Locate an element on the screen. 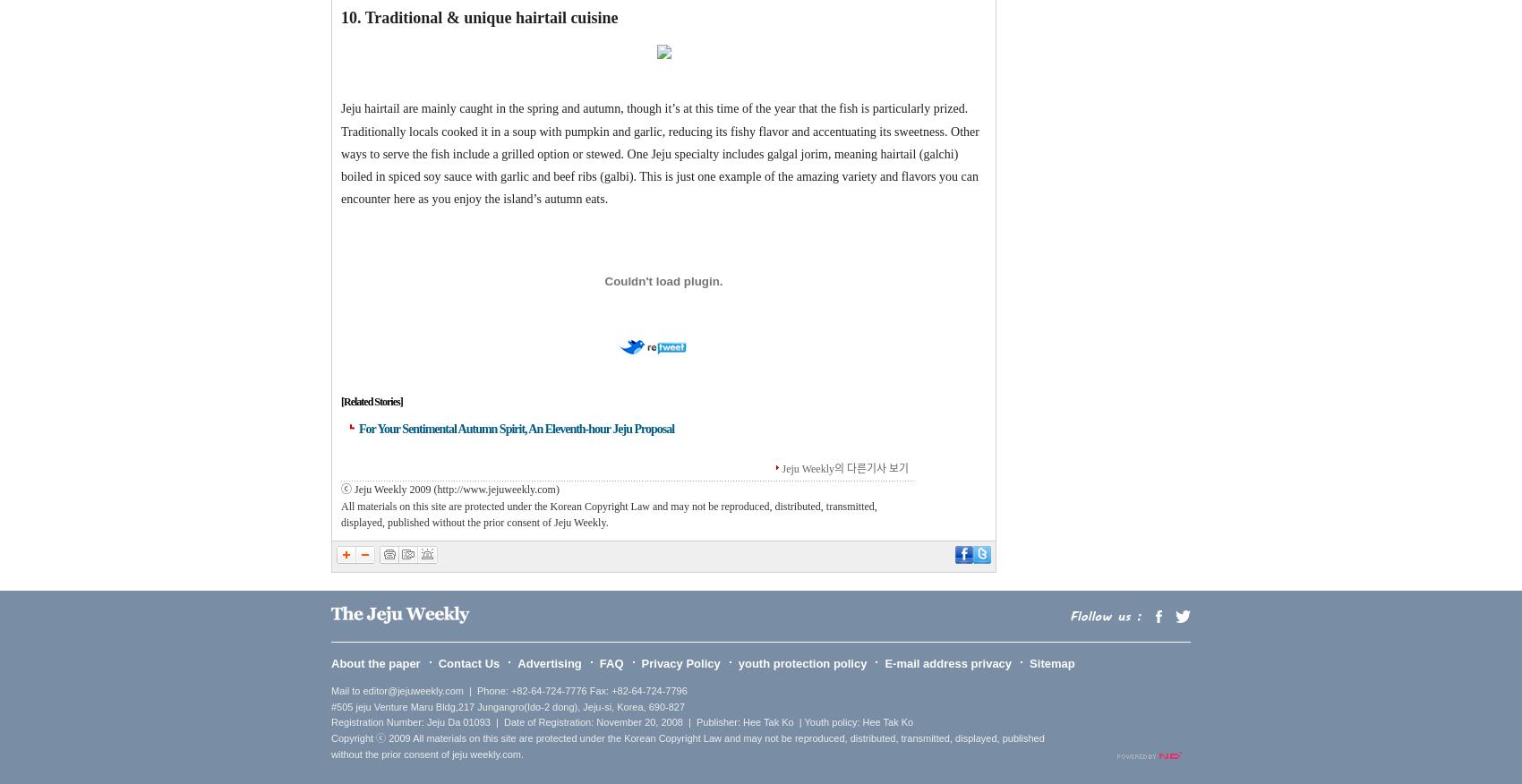 Image resolution: width=1522 pixels, height=784 pixels. 'FAQ' is located at coordinates (611, 663).